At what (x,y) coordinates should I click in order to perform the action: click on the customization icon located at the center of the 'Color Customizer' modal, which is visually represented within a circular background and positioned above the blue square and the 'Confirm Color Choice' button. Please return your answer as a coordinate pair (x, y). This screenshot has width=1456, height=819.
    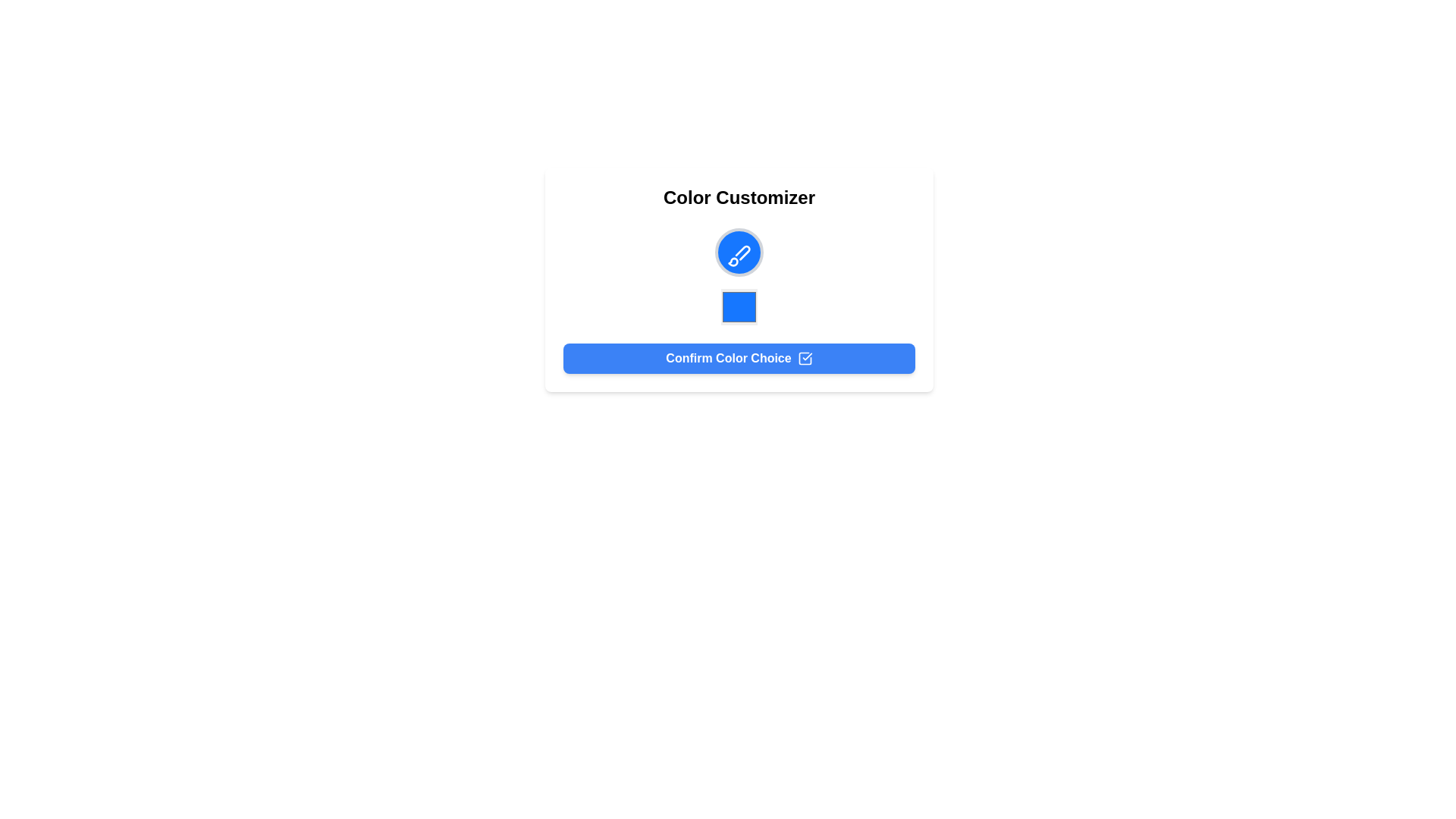
    Looking at the image, I should click on (739, 254).